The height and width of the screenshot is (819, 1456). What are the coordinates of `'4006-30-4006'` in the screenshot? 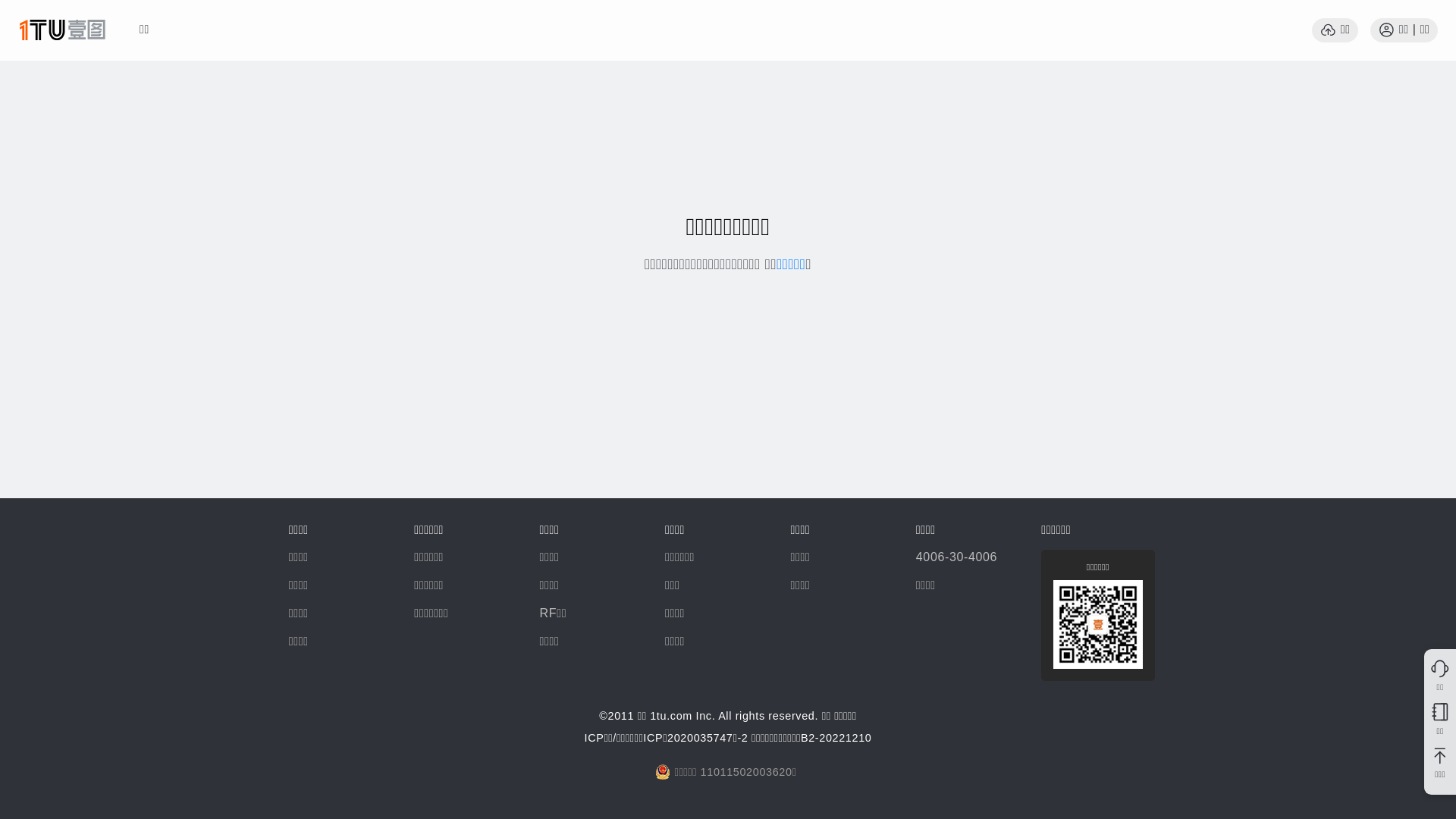 It's located at (955, 557).